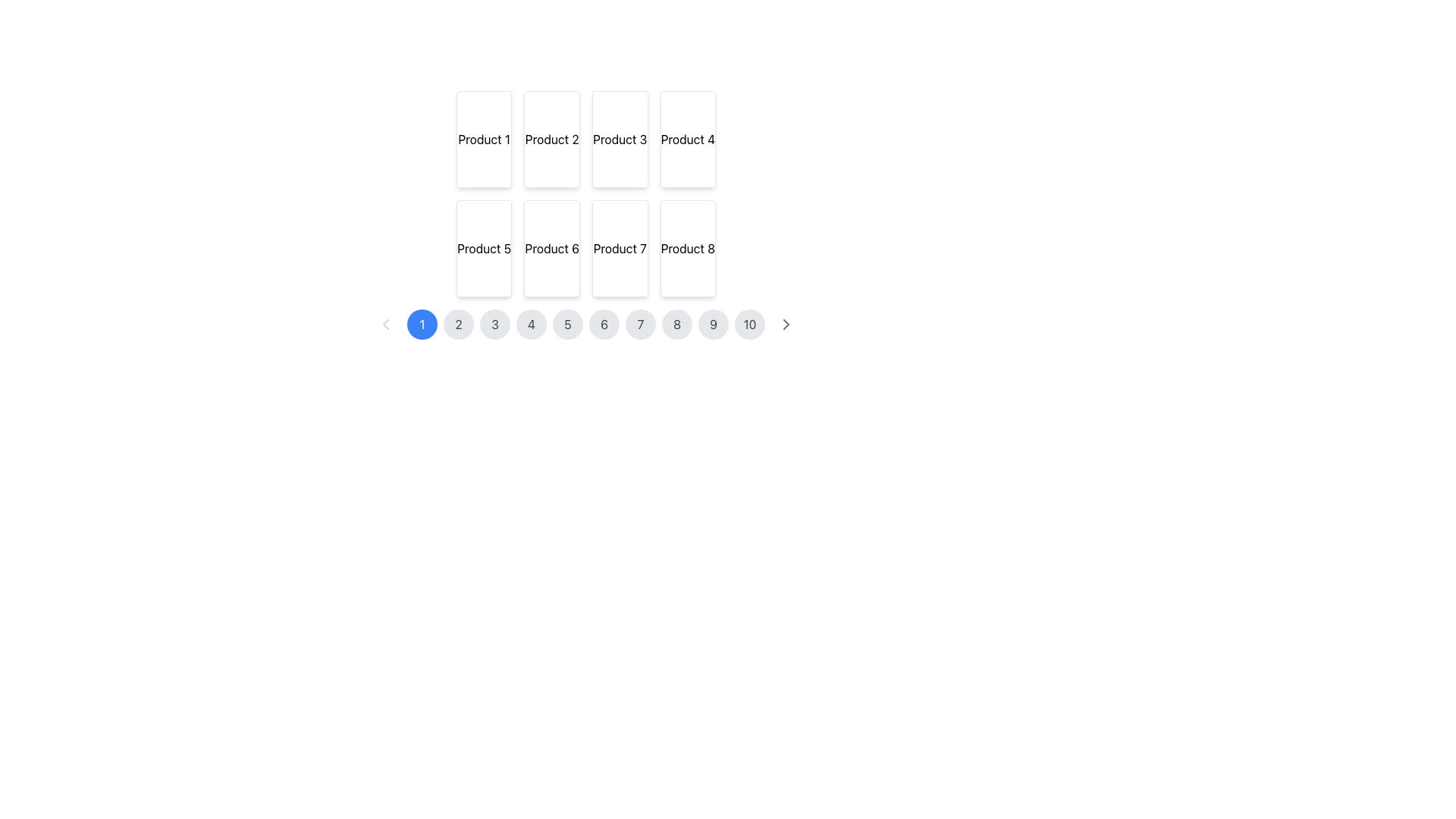 The height and width of the screenshot is (819, 1456). Describe the element at coordinates (585, 324) in the screenshot. I see `the numeric button on the pagination bar` at that location.